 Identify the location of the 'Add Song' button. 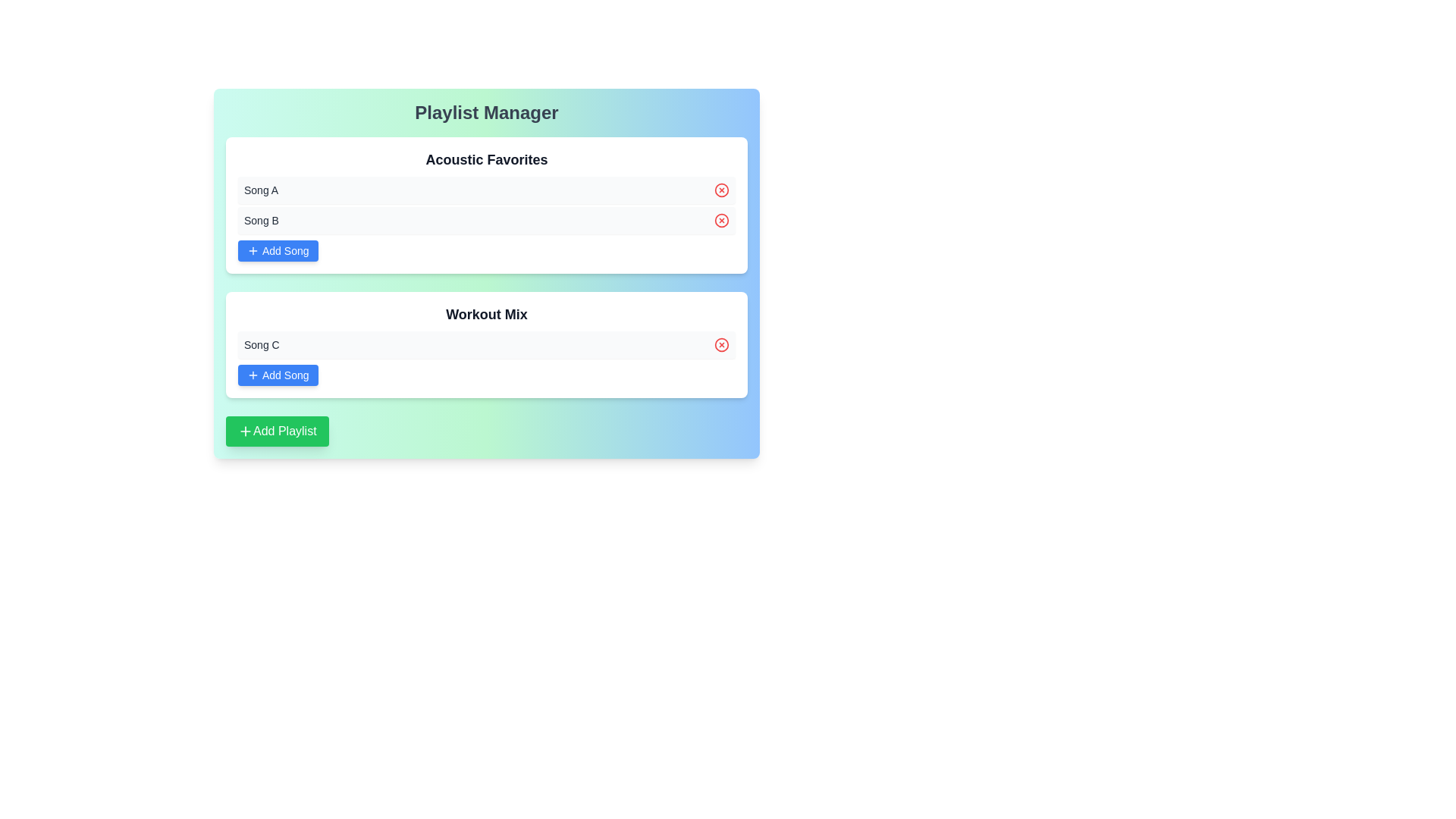
(253, 250).